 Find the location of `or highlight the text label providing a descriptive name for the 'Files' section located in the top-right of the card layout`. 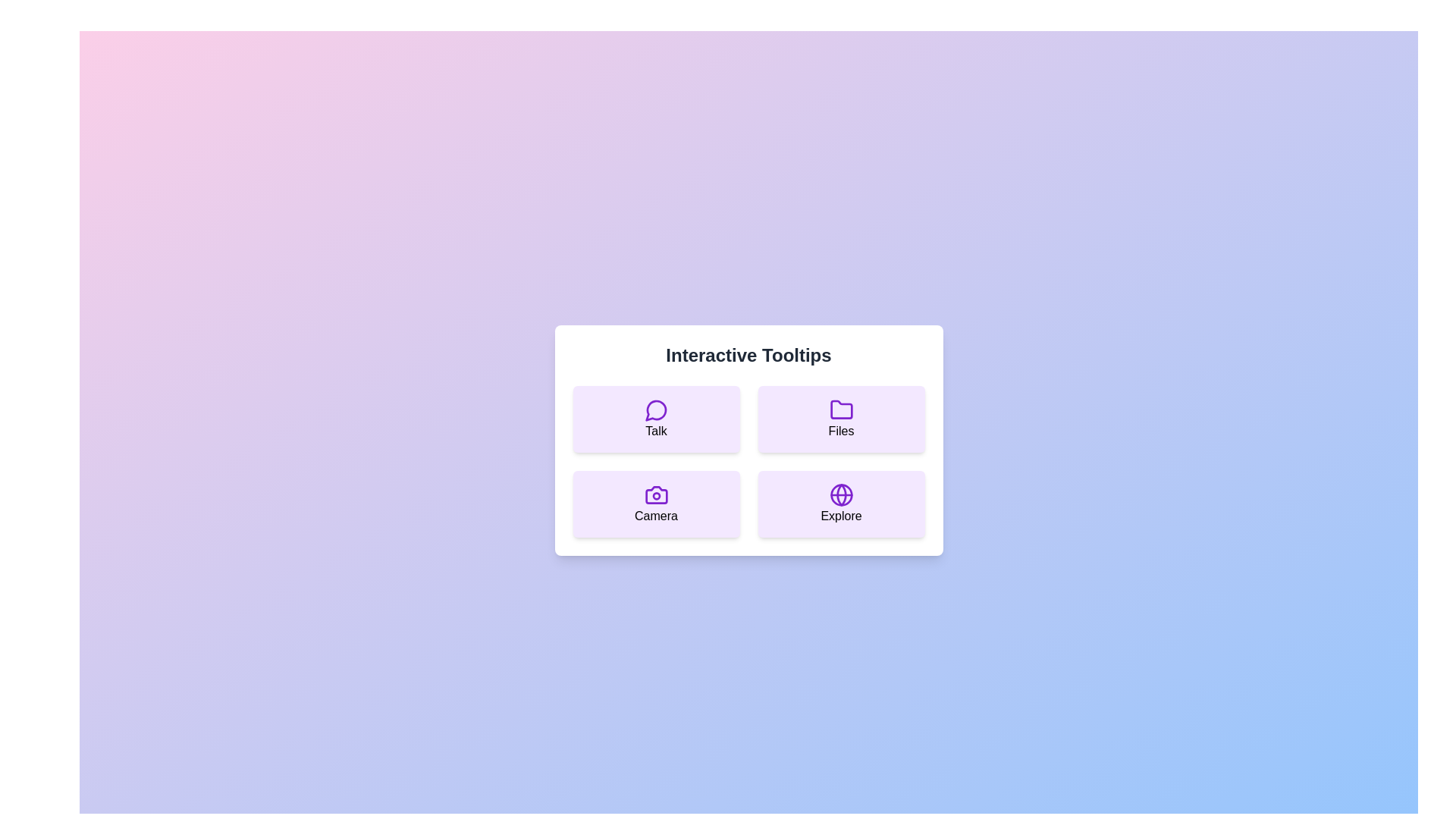

or highlight the text label providing a descriptive name for the 'Files' section located in the top-right of the card layout is located at coordinates (840, 431).